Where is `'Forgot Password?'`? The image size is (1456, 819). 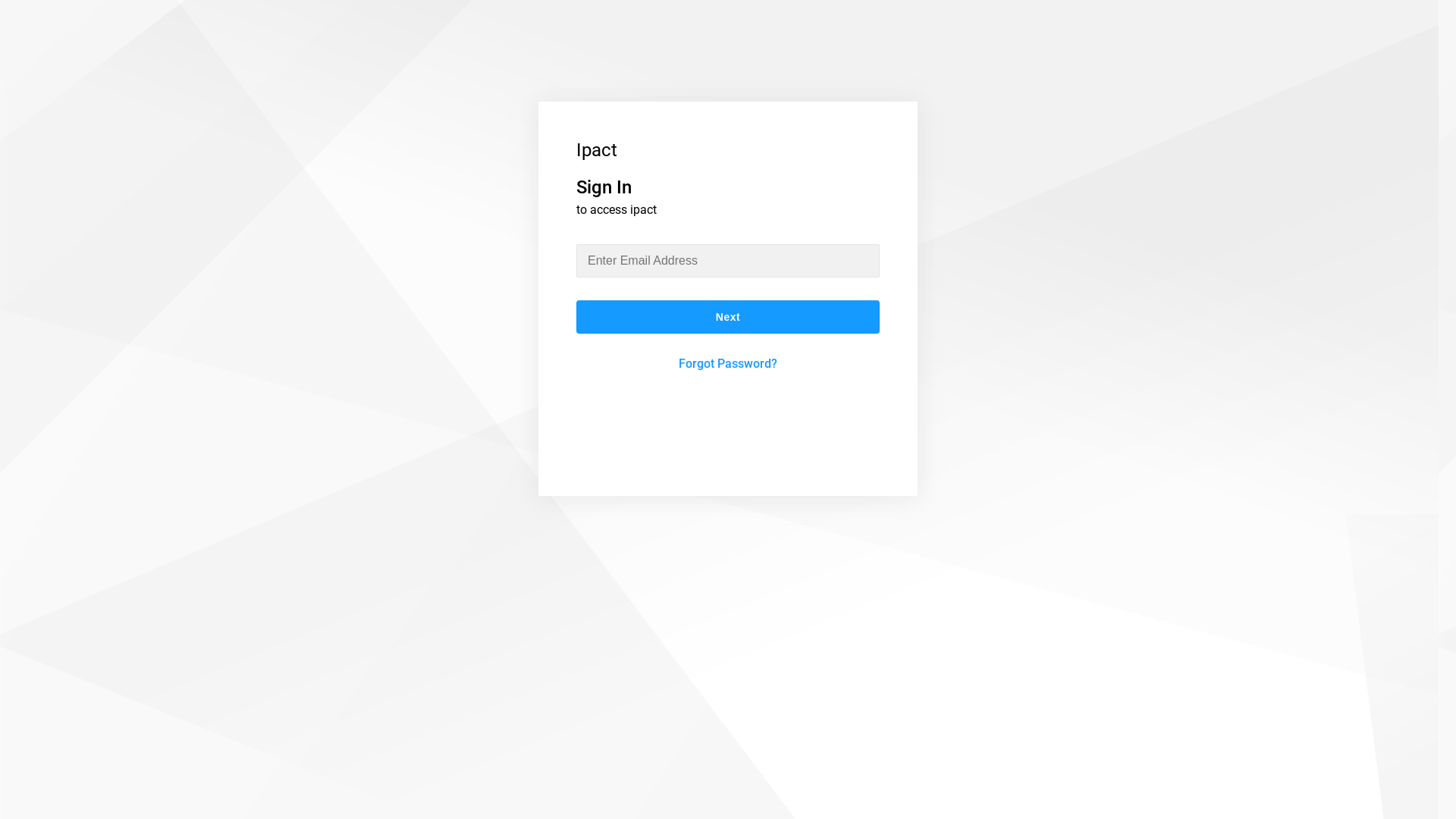
'Forgot Password?' is located at coordinates (728, 363).